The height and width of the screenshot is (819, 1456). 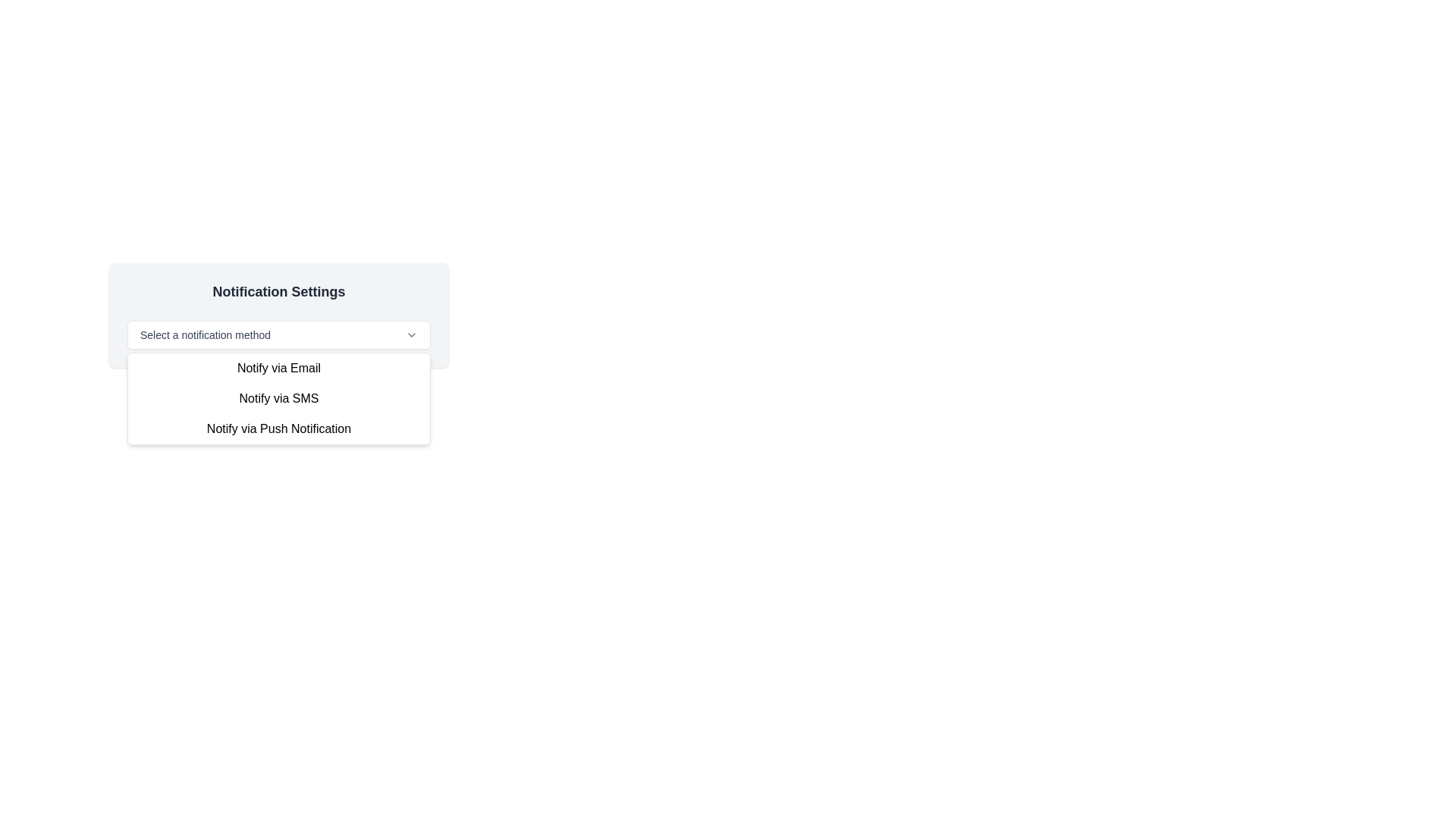 What do you see at coordinates (279, 334) in the screenshot?
I see `the dropdown menu for selecting a notification method in the 'Notification Settings' modal` at bounding box center [279, 334].